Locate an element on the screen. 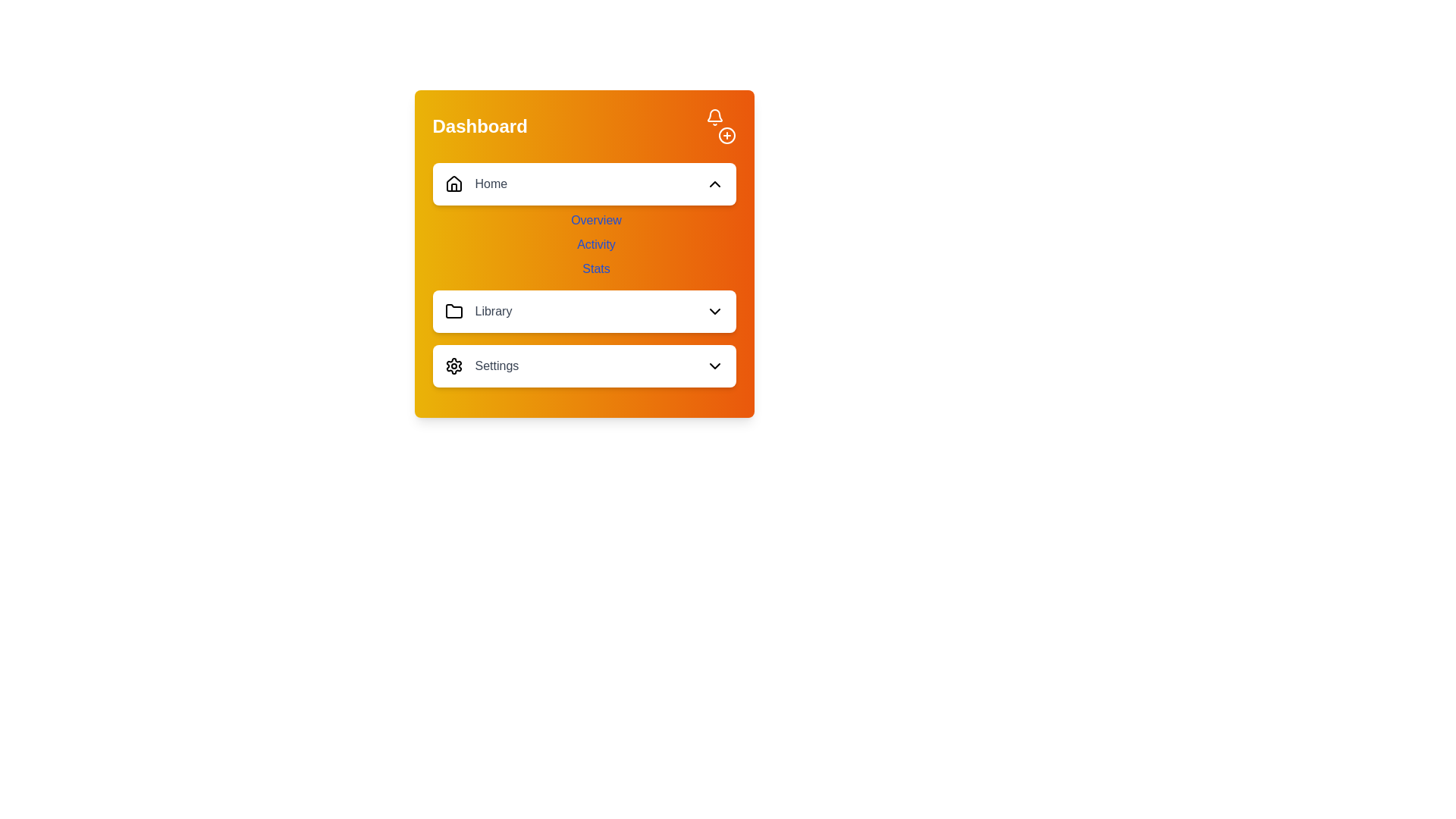  the circular graphical element with a plus sign inside, located at the top-right corner of the dashboard interface is located at coordinates (726, 134).